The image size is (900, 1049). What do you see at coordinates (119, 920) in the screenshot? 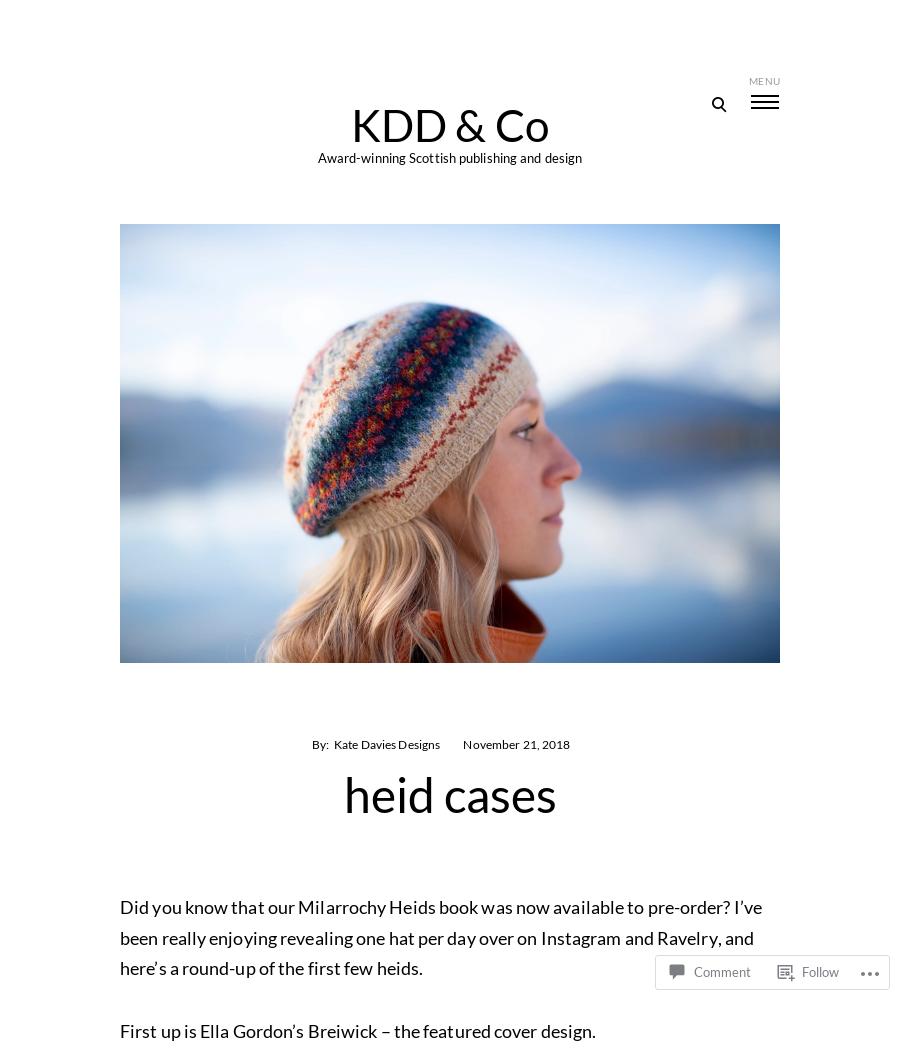
I see `'I’ve been really enjoying revealing one hat per day over on'` at bounding box center [119, 920].